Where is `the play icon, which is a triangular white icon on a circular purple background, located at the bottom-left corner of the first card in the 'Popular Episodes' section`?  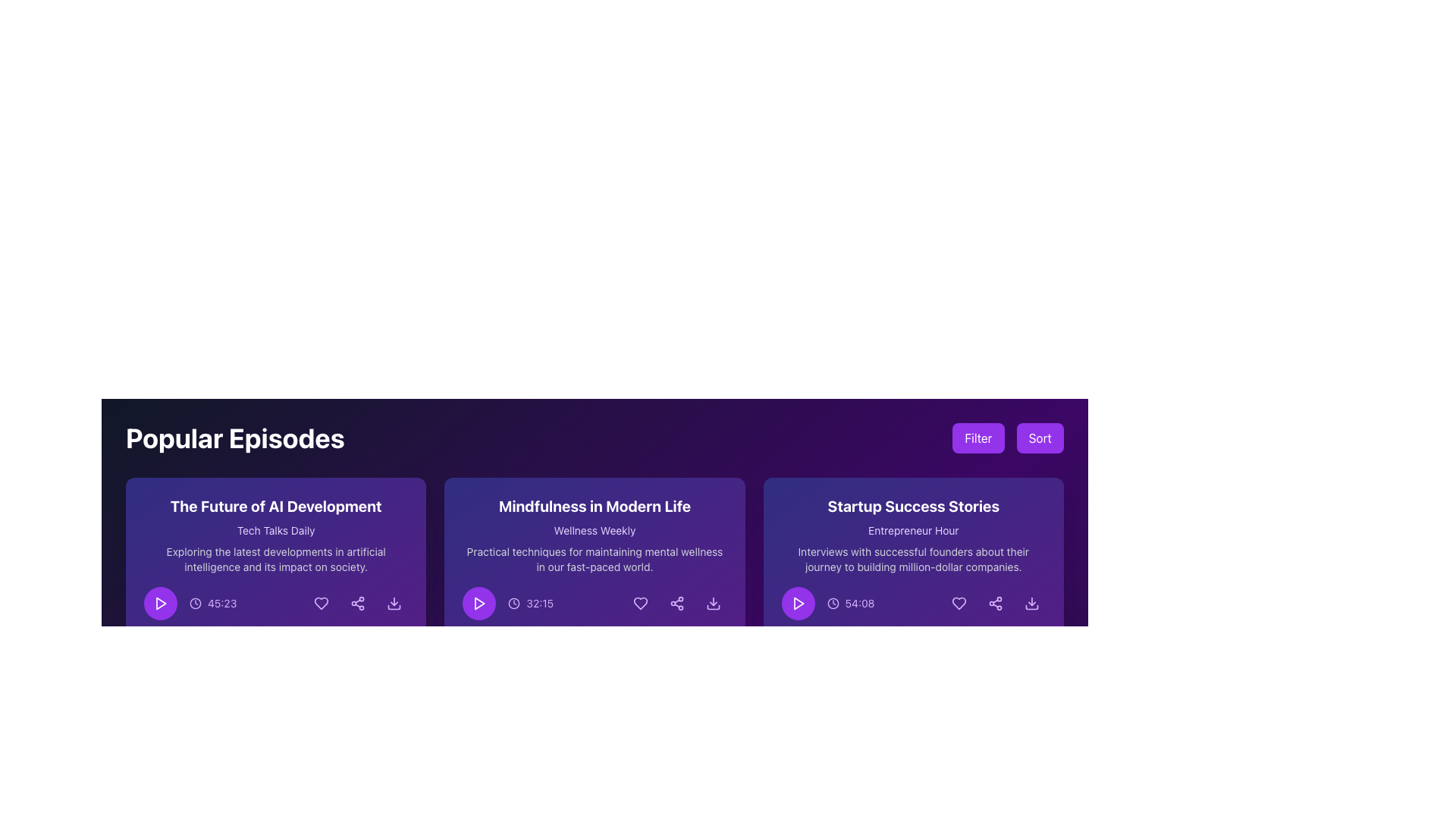 the play icon, which is a triangular white icon on a circular purple background, located at the bottom-left corner of the first card in the 'Popular Episodes' section is located at coordinates (161, 602).